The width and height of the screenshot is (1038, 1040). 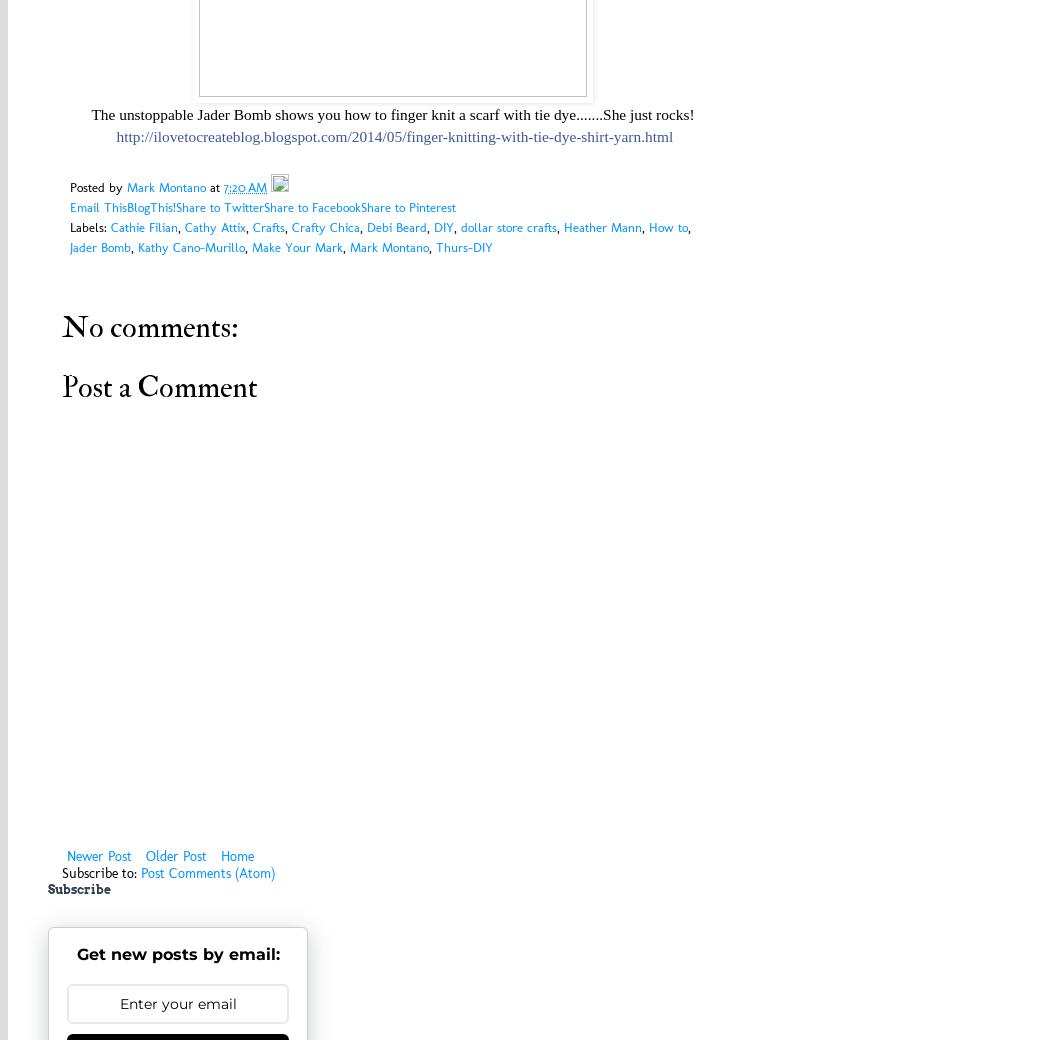 I want to click on 'Posted by', so click(x=97, y=186).